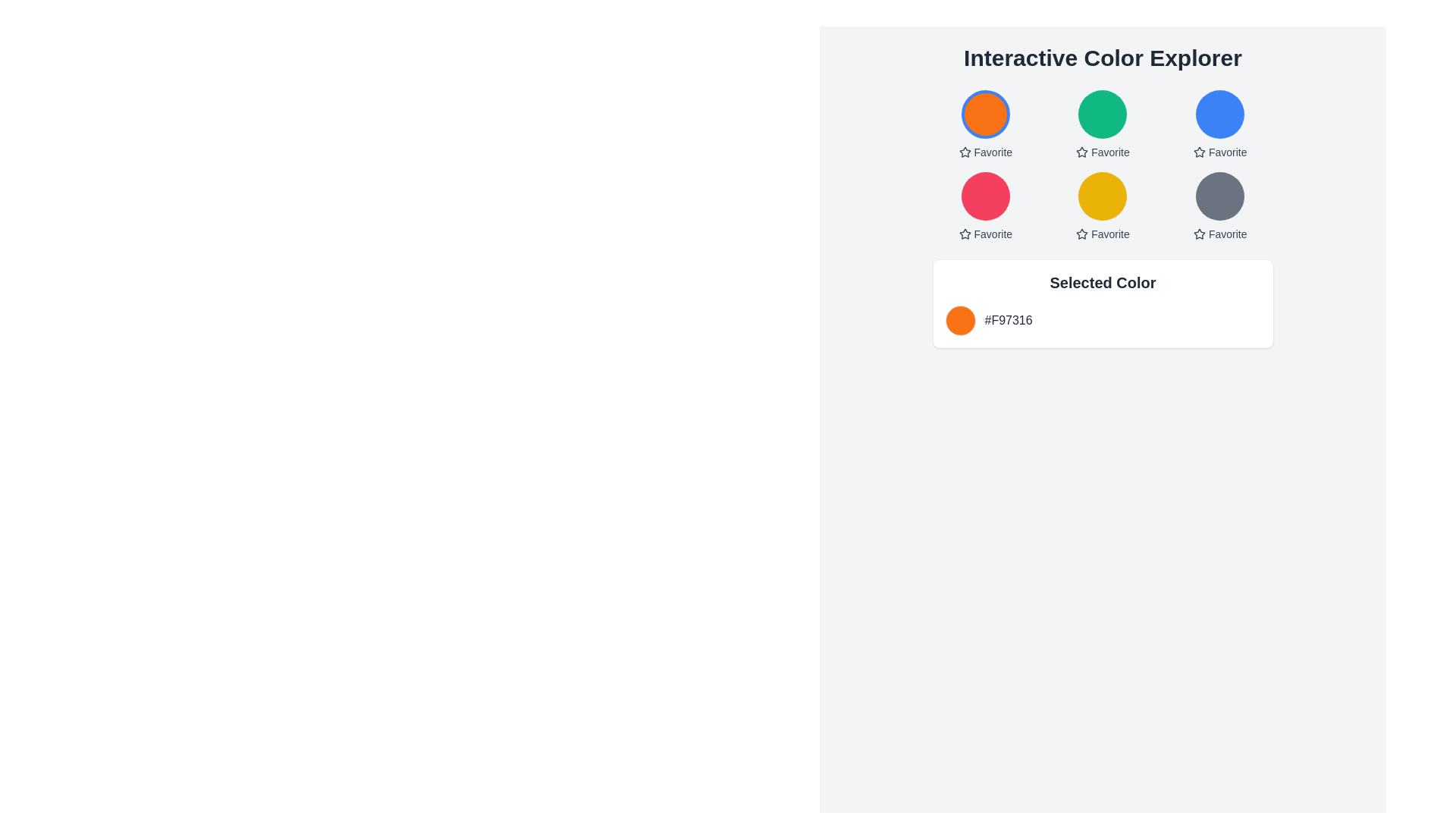  Describe the element at coordinates (985, 152) in the screenshot. I see `the 'Favorite' button located directly below the orange circular color indicator in the first column of the color selection grid` at that location.